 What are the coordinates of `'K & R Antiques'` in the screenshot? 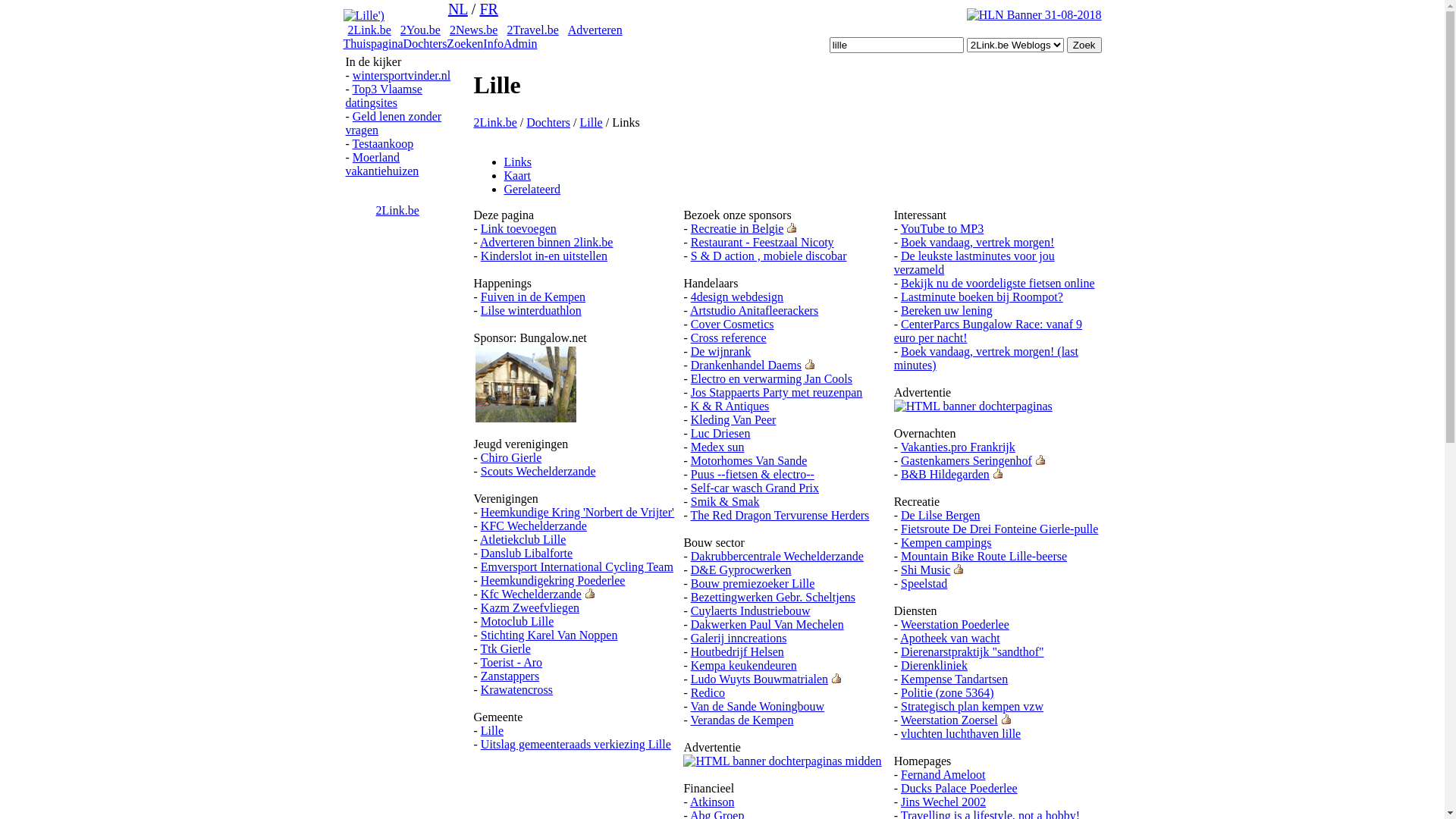 It's located at (730, 405).